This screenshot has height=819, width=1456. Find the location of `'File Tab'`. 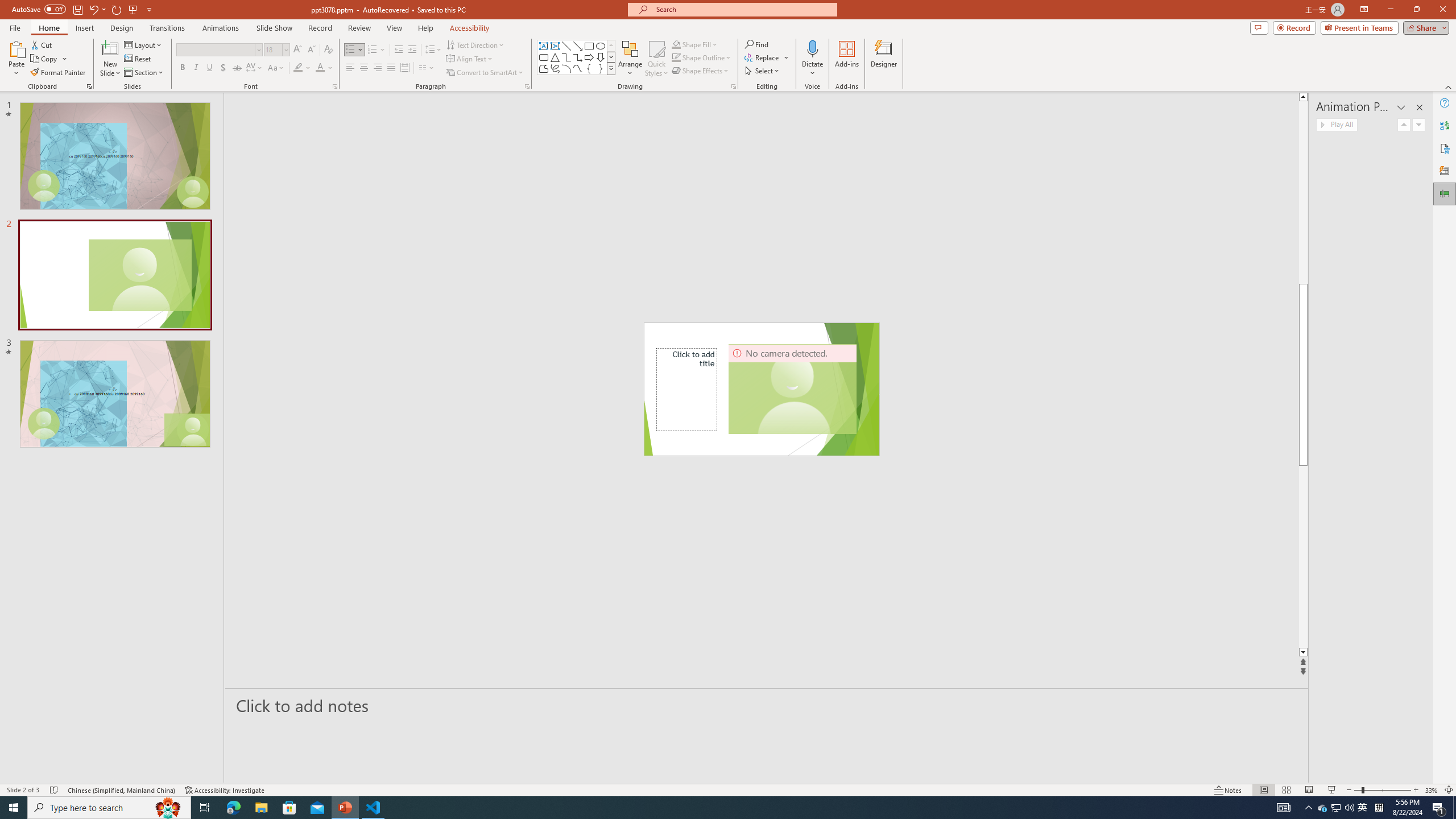

'File Tab' is located at coordinates (14, 27).